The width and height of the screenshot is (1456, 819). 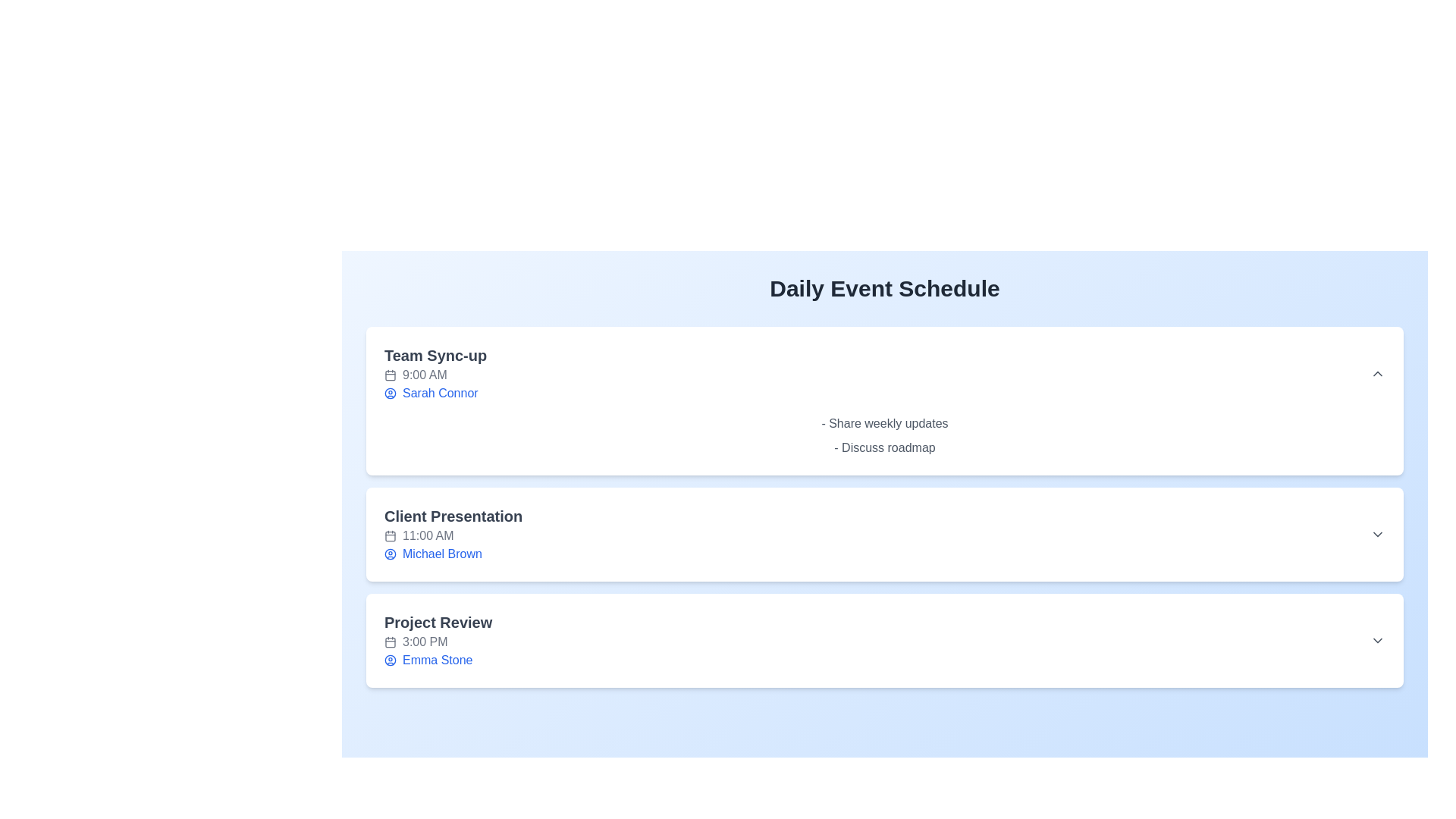 I want to click on displayed time '11:00 AM' from the text label within the 'Client Presentation' card, which is aligned with a calendar icon on its left, so click(x=427, y=535).